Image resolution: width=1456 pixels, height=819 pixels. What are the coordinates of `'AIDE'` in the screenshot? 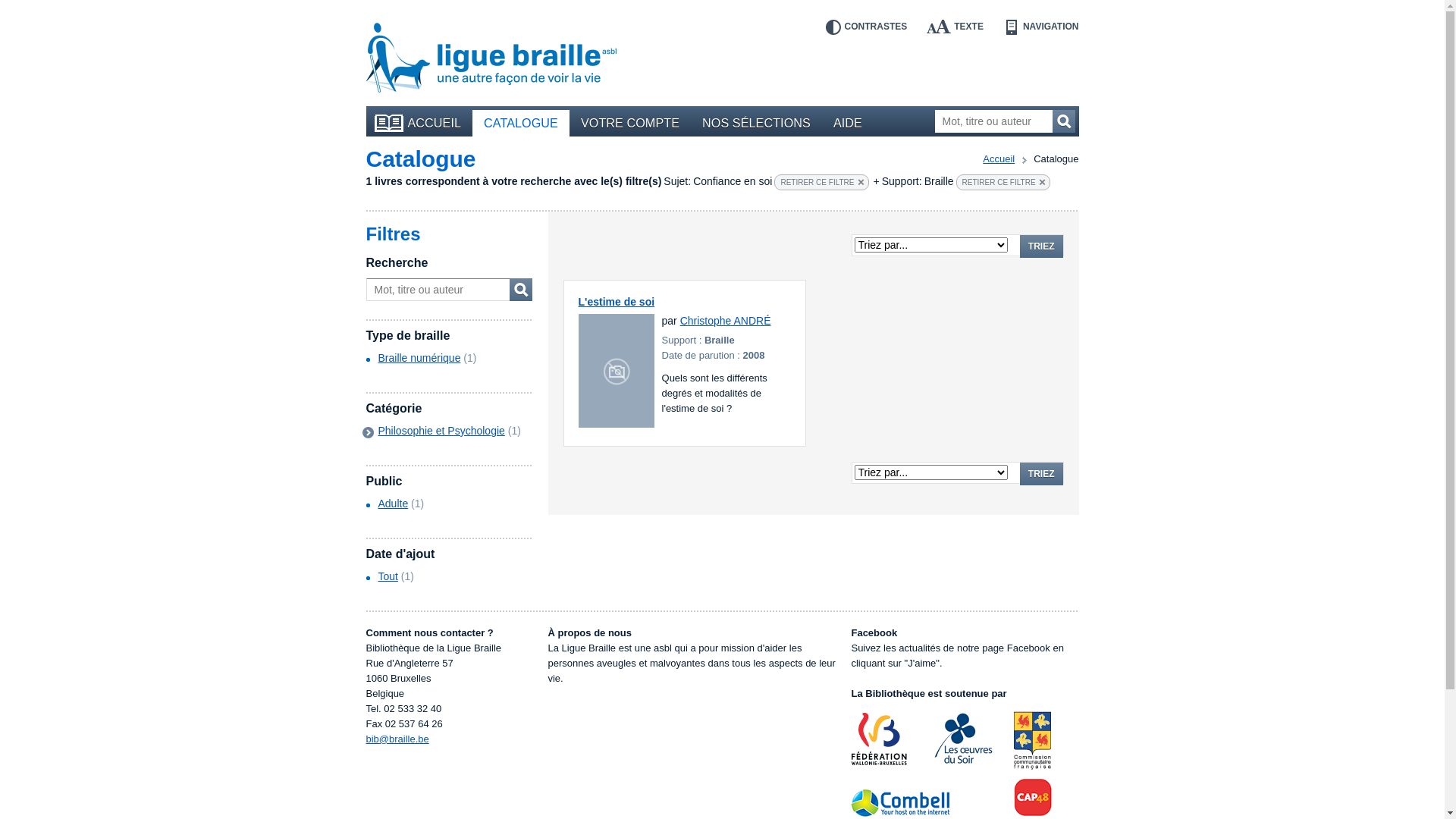 It's located at (847, 122).